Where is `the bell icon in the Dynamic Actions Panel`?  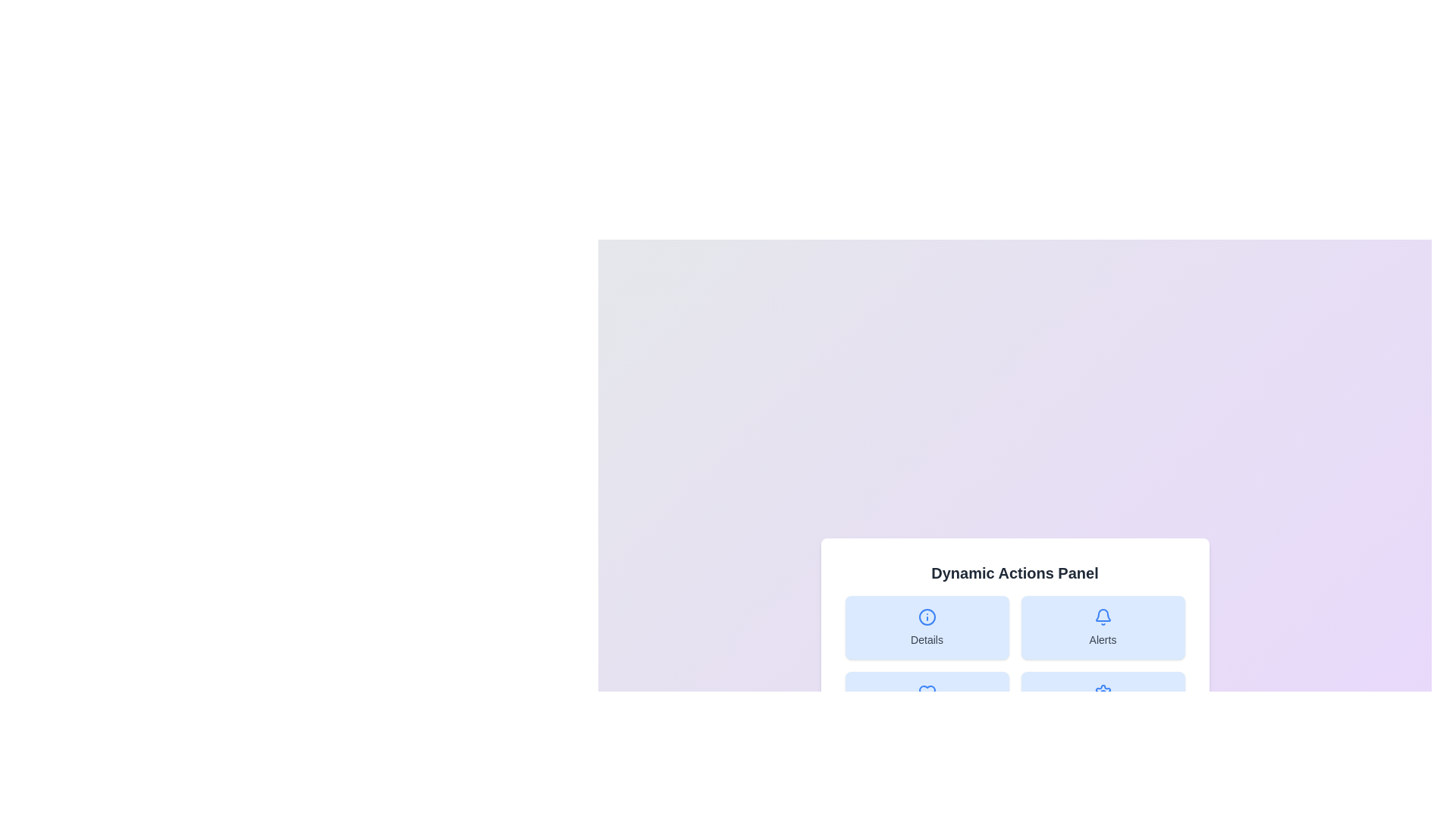
the bell icon in the Dynamic Actions Panel is located at coordinates (1103, 614).